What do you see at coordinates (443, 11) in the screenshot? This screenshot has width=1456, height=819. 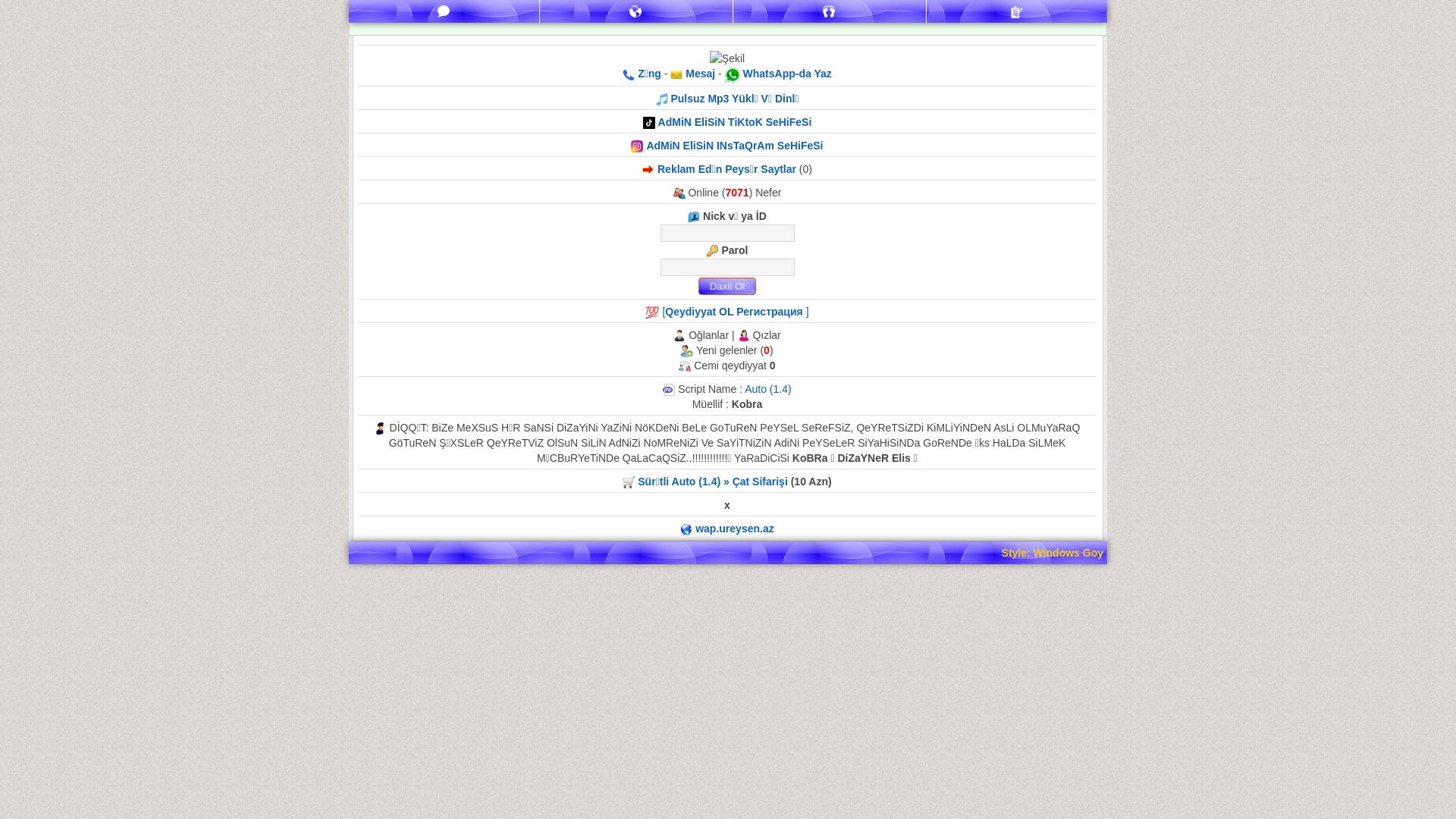 I see `'Mesajlar'` at bounding box center [443, 11].